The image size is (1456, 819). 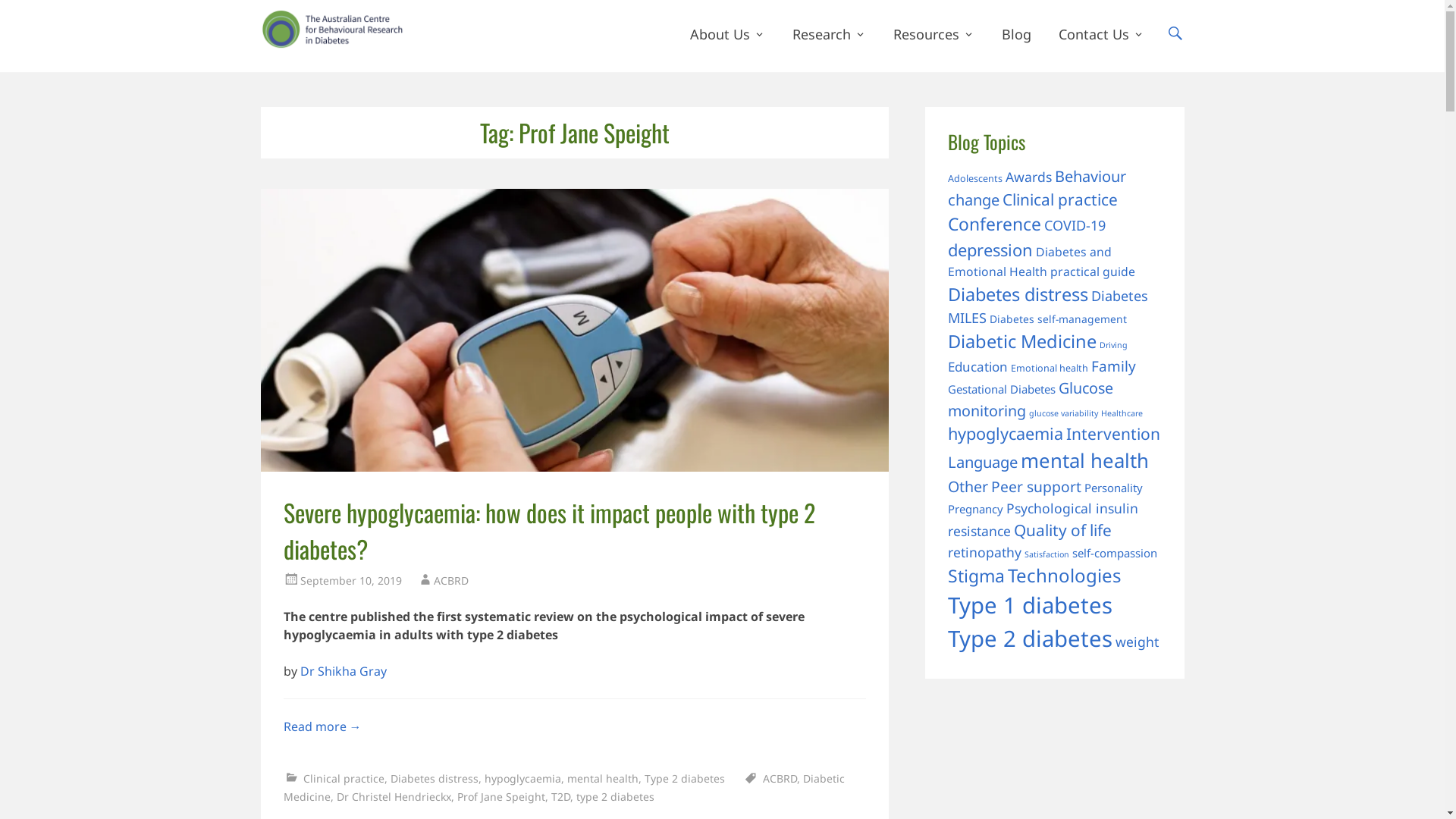 What do you see at coordinates (1048, 368) in the screenshot?
I see `'Emotional health'` at bounding box center [1048, 368].